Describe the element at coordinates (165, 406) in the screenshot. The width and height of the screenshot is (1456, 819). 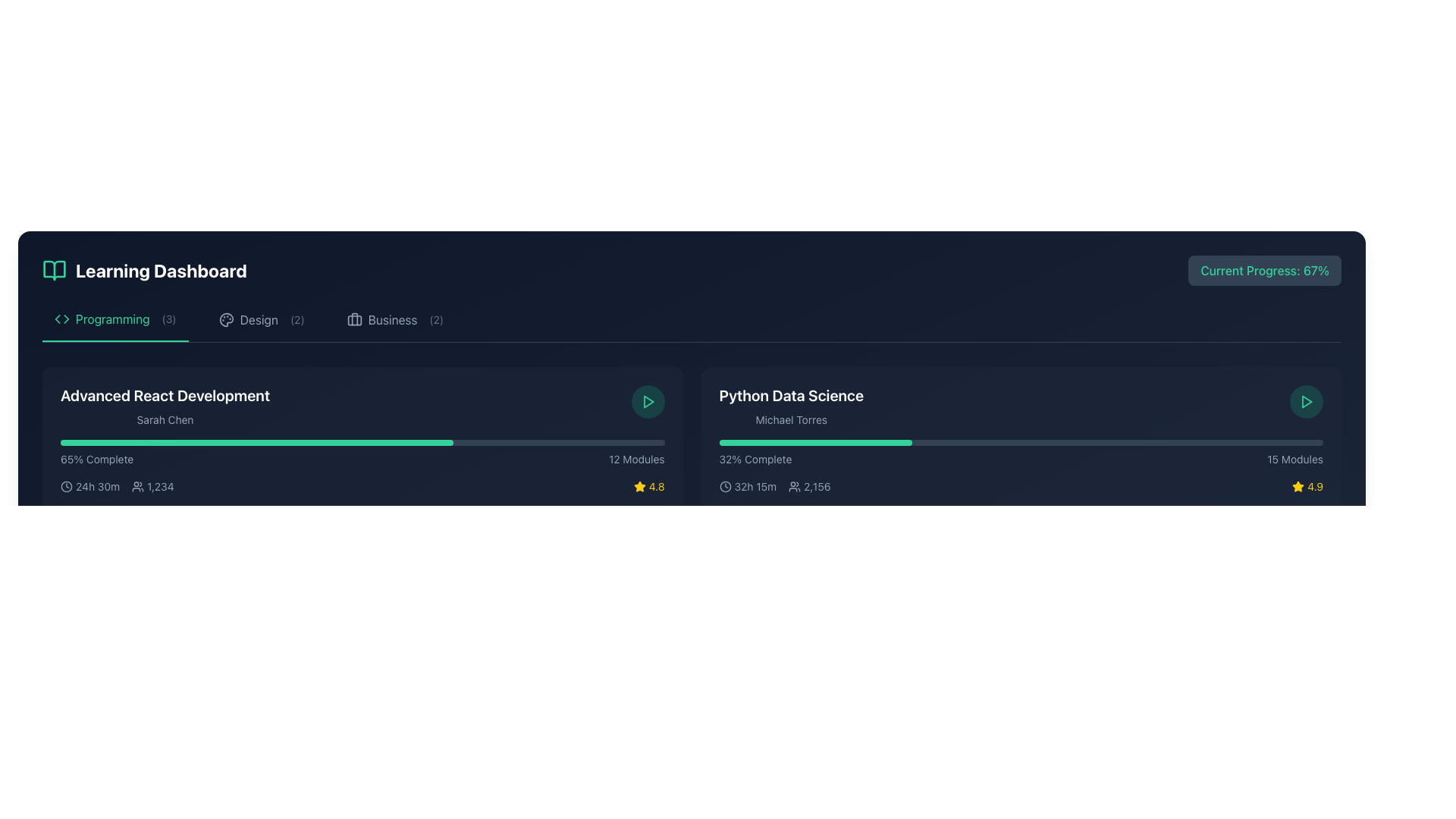
I see `the text label element displaying 'Advanced React Development' and 'Sarah Chen' within the Learning Dashboard interface, located in the leftmost card` at that location.